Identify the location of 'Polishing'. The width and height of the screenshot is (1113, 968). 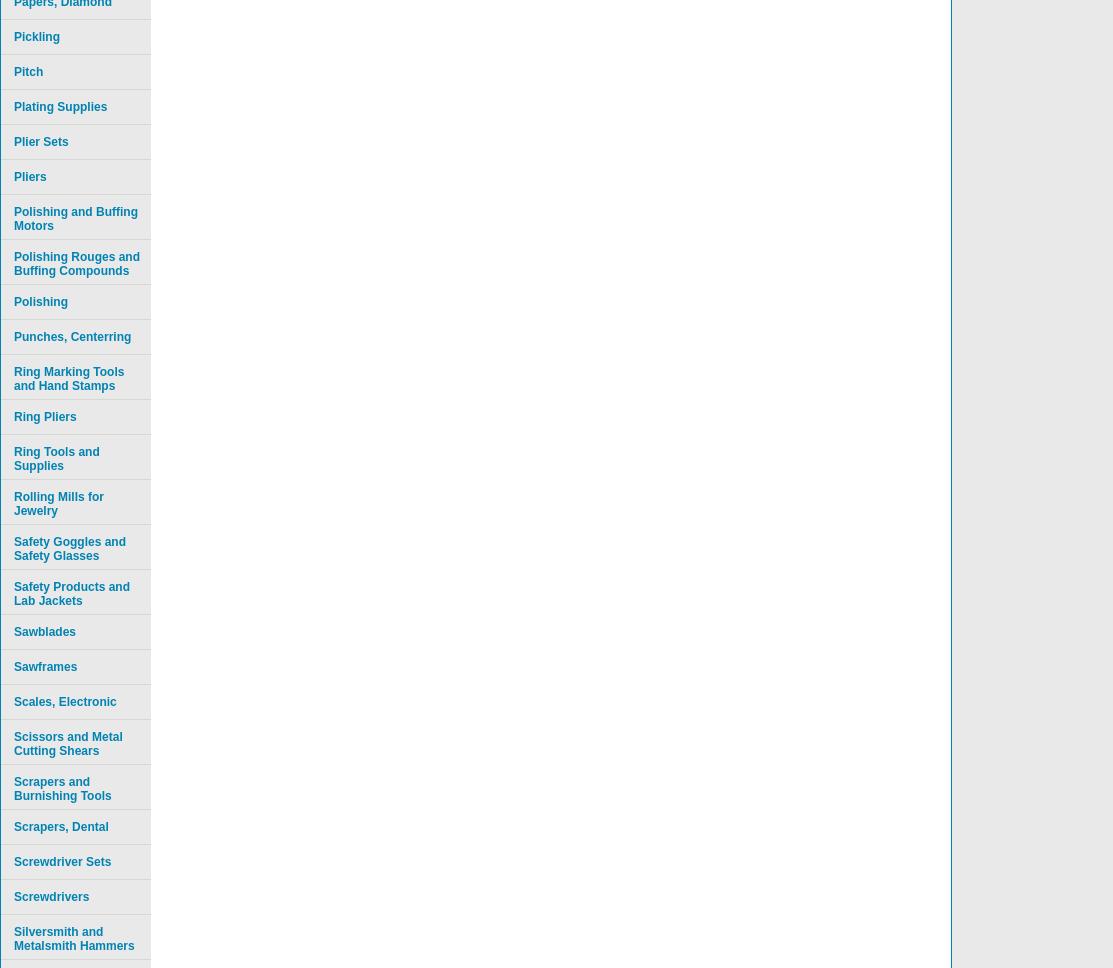
(40, 301).